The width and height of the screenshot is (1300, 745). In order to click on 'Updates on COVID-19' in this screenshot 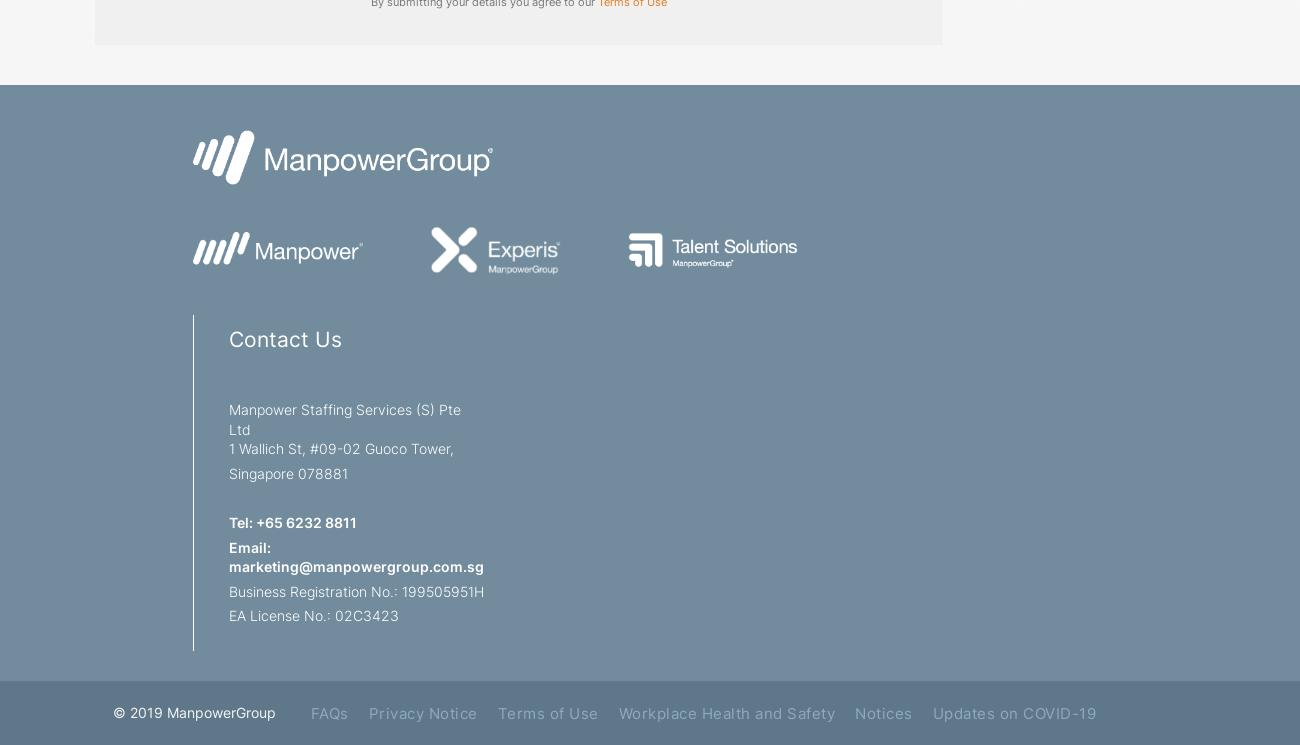, I will do `click(931, 711)`.